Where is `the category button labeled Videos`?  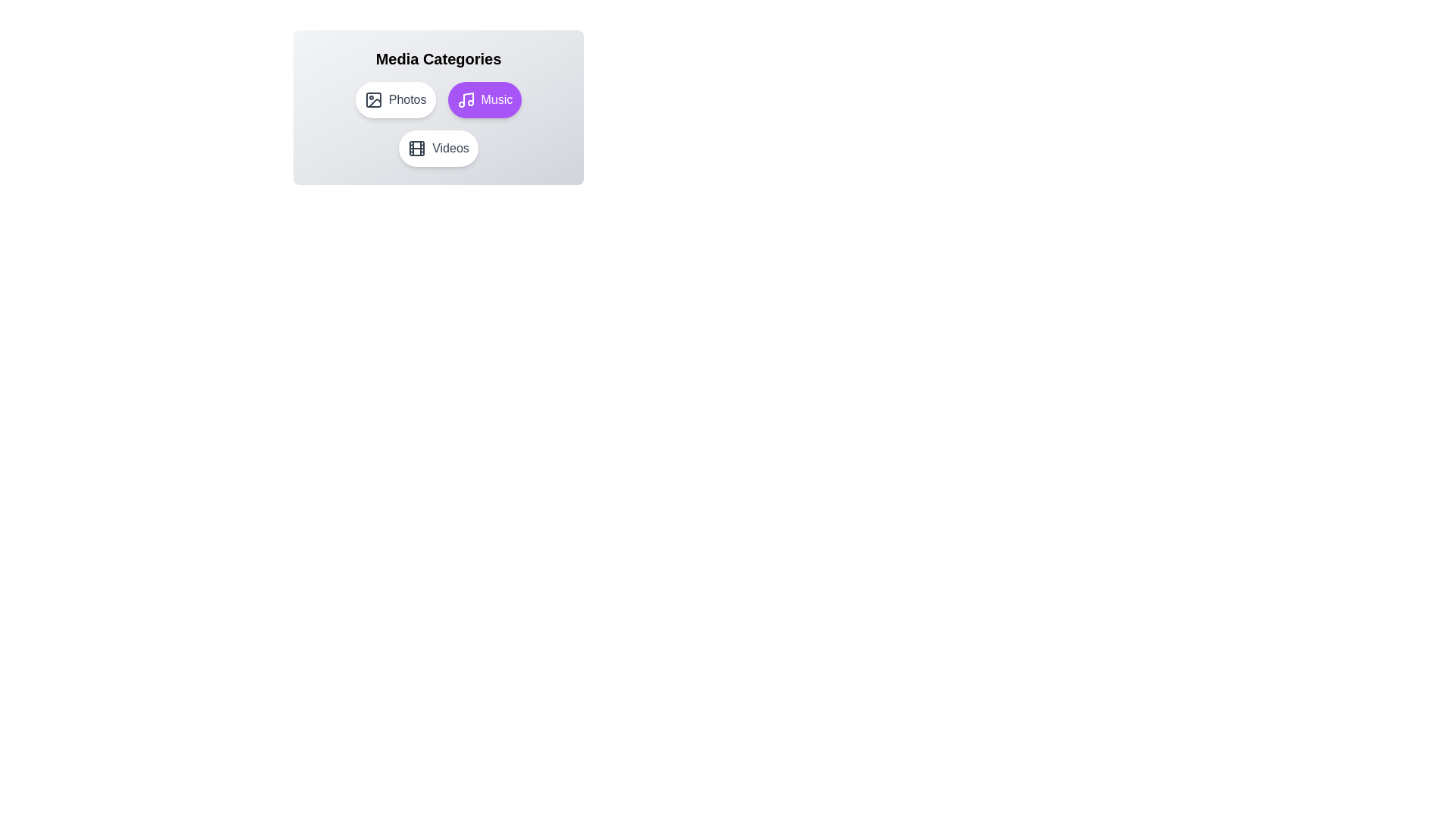
the category button labeled Videos is located at coordinates (438, 149).